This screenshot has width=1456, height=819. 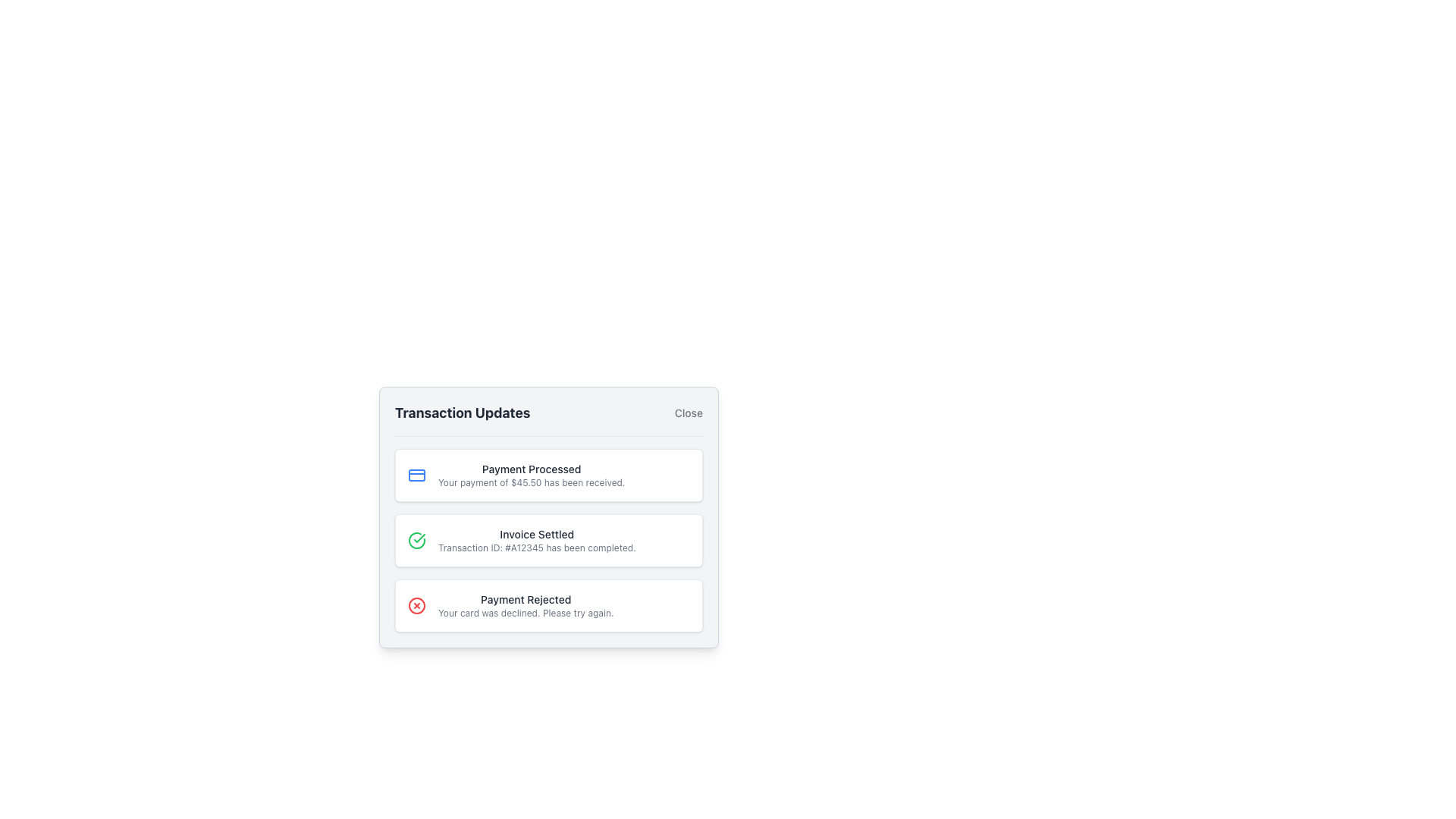 I want to click on the Notification Card that informs the user about the successful settlement of the invoice associated with transaction ID #A12345, located in the 'Transaction Updates' section, so click(x=548, y=540).